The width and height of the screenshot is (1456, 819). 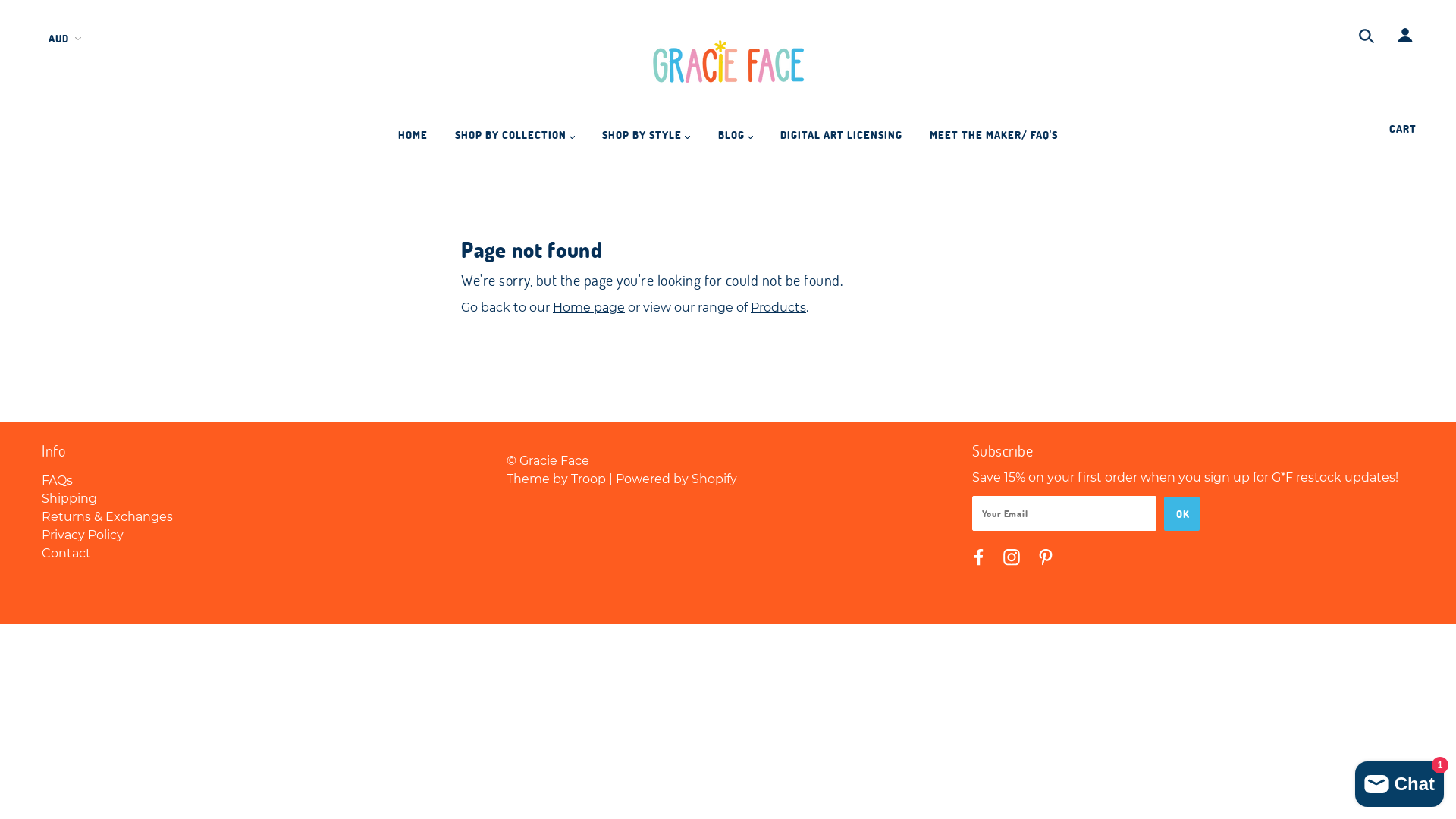 What do you see at coordinates (916, 140) in the screenshot?
I see `'MEET THE MAKER/ FAQ'S'` at bounding box center [916, 140].